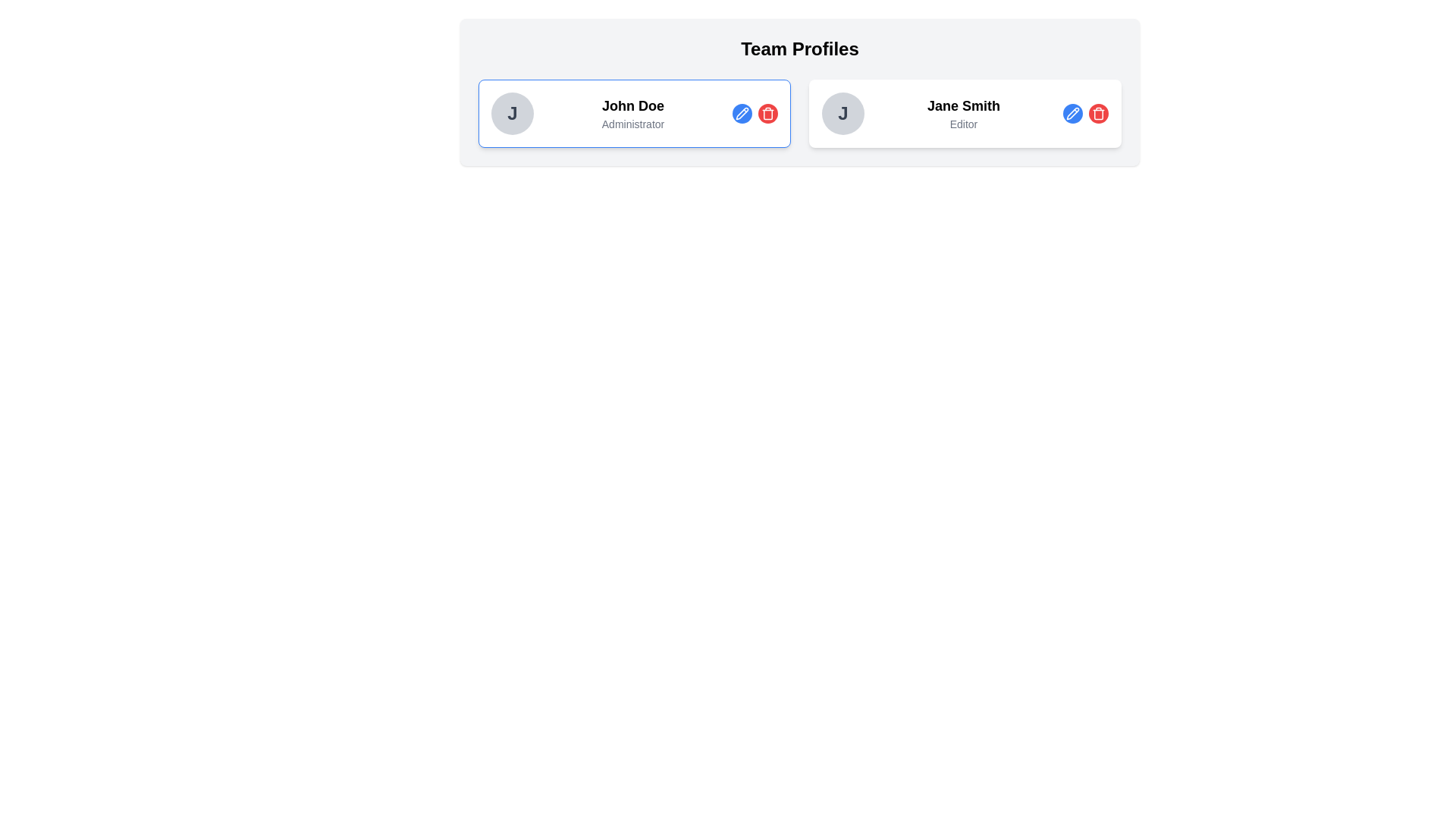 The width and height of the screenshot is (1456, 819). I want to click on the pencil icon button for Jane Smith's profile, so click(1072, 113).